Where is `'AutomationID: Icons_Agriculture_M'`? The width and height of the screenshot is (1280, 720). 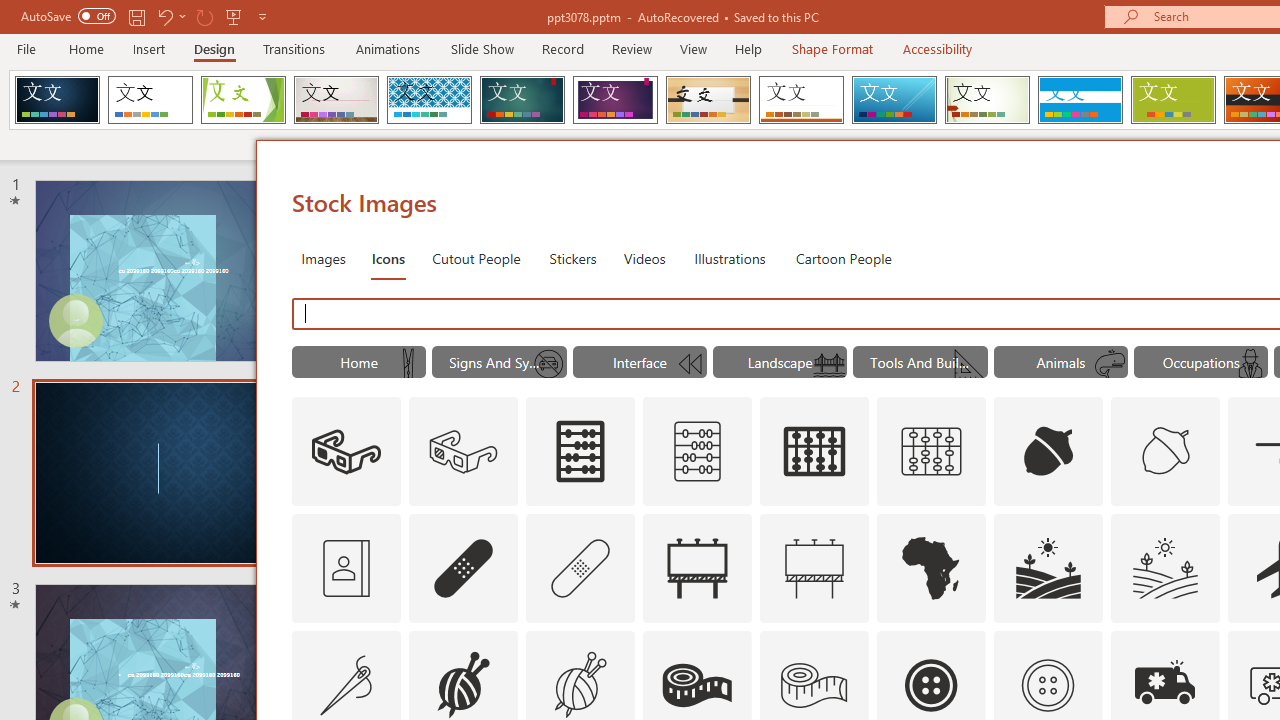
'AutomationID: Icons_Agriculture_M' is located at coordinates (1166, 568).